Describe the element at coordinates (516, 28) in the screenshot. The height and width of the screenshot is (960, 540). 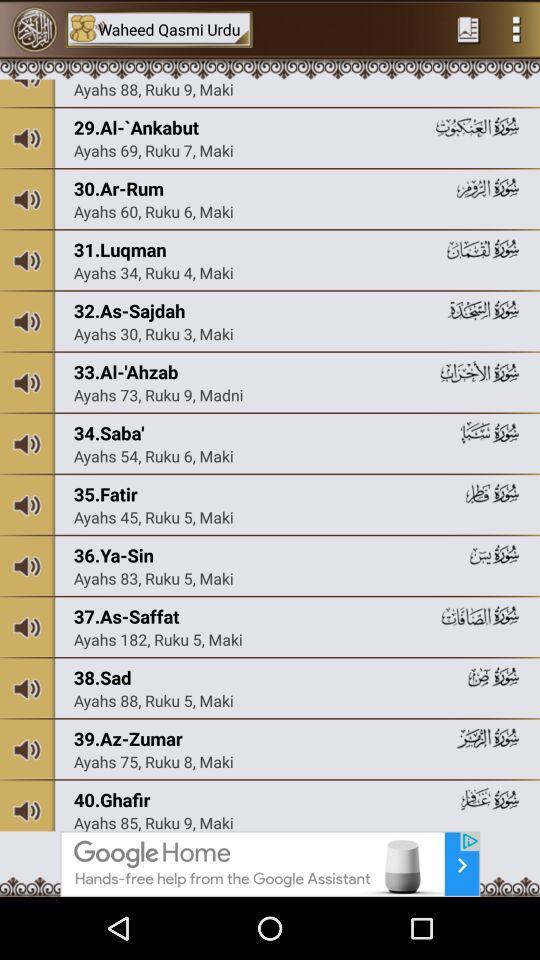
I see `menu page` at that location.